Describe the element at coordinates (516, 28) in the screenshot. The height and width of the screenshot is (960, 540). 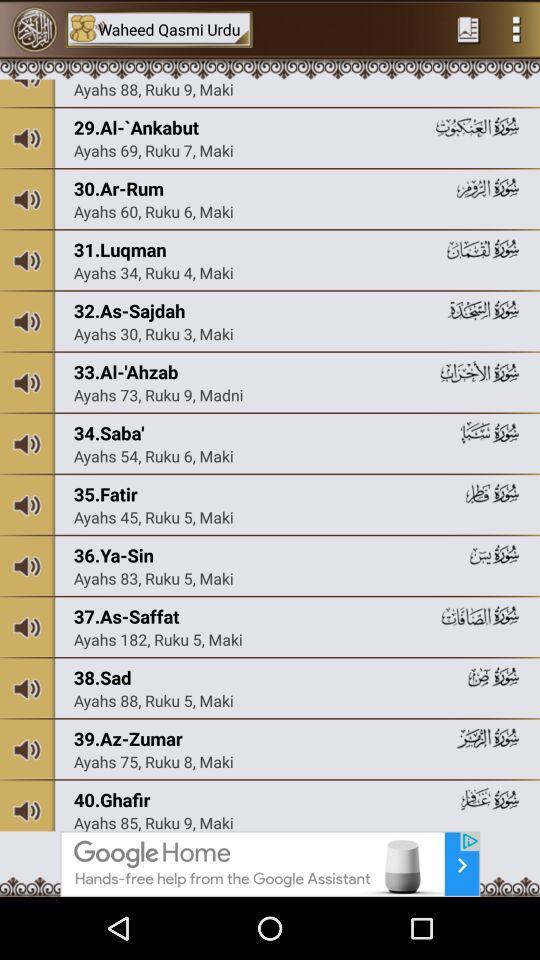
I see `menu page` at that location.